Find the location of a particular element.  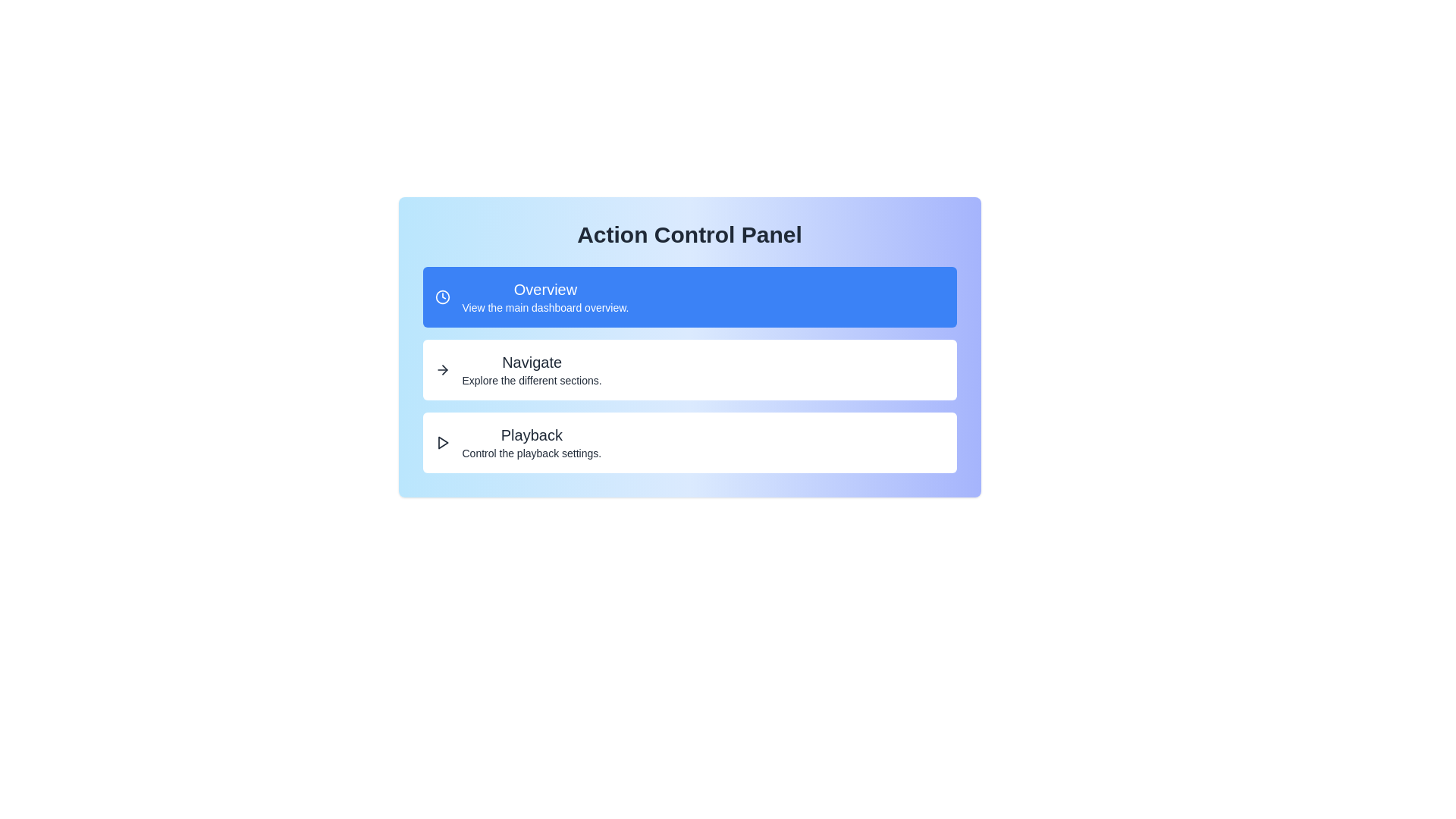

the text element that contains the content 'Explore the different sections.' which is styled with a smaller font size and is positioned directly below the 'Navigate' text is located at coordinates (532, 379).